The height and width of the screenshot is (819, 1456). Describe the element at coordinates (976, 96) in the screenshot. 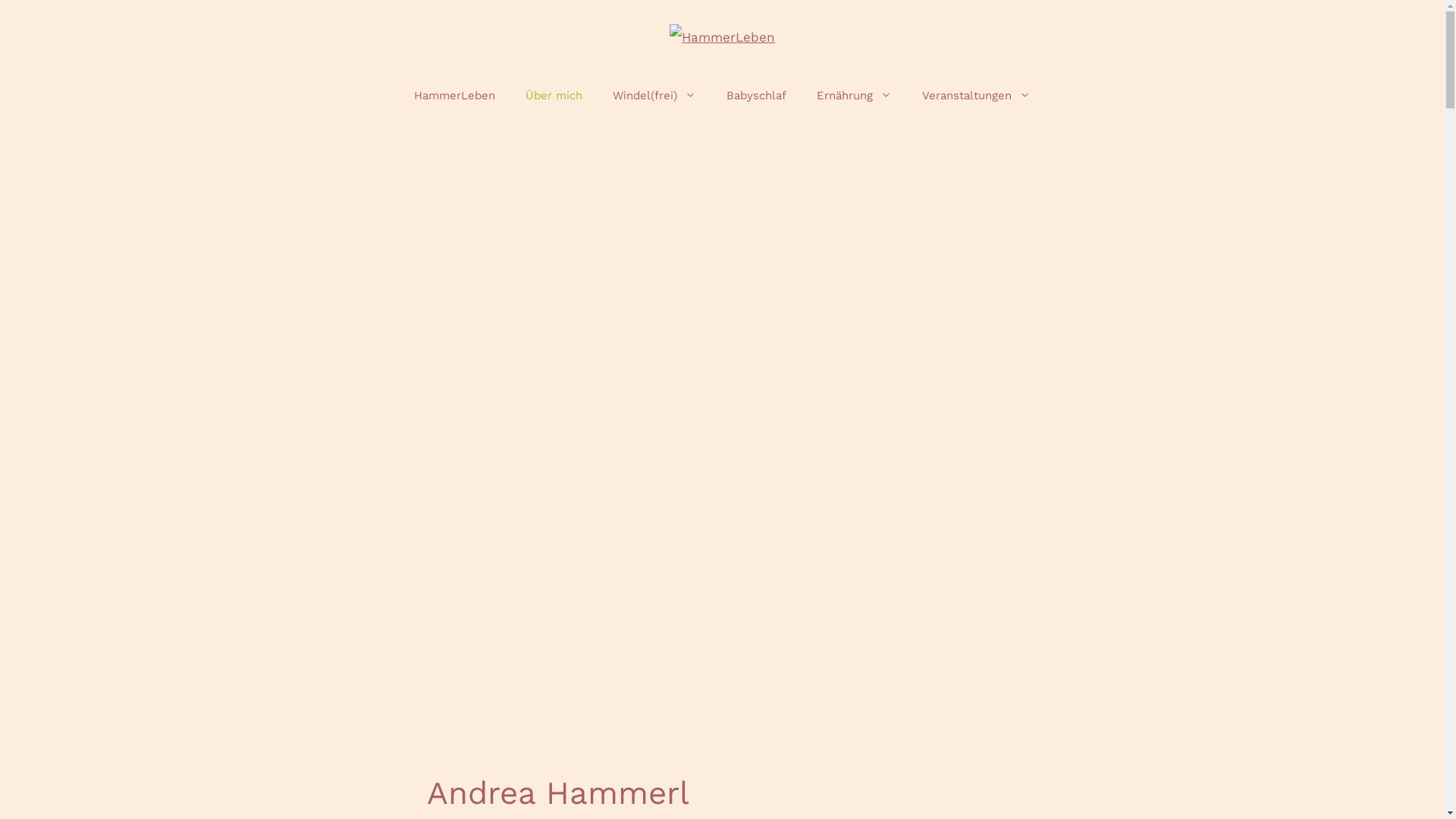

I see `'Veranstaltungen'` at that location.